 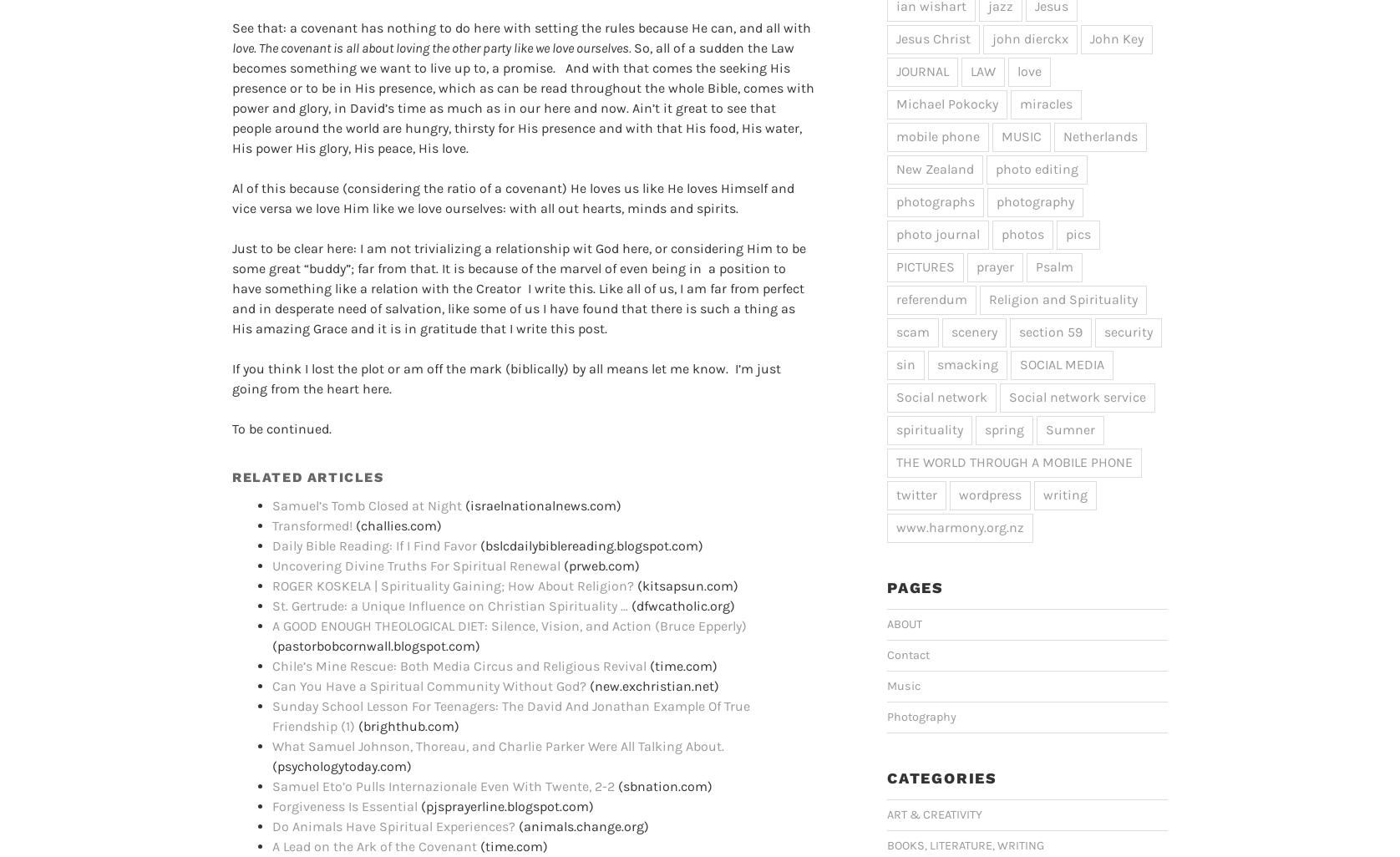 What do you see at coordinates (1036, 167) in the screenshot?
I see `'photo editing'` at bounding box center [1036, 167].